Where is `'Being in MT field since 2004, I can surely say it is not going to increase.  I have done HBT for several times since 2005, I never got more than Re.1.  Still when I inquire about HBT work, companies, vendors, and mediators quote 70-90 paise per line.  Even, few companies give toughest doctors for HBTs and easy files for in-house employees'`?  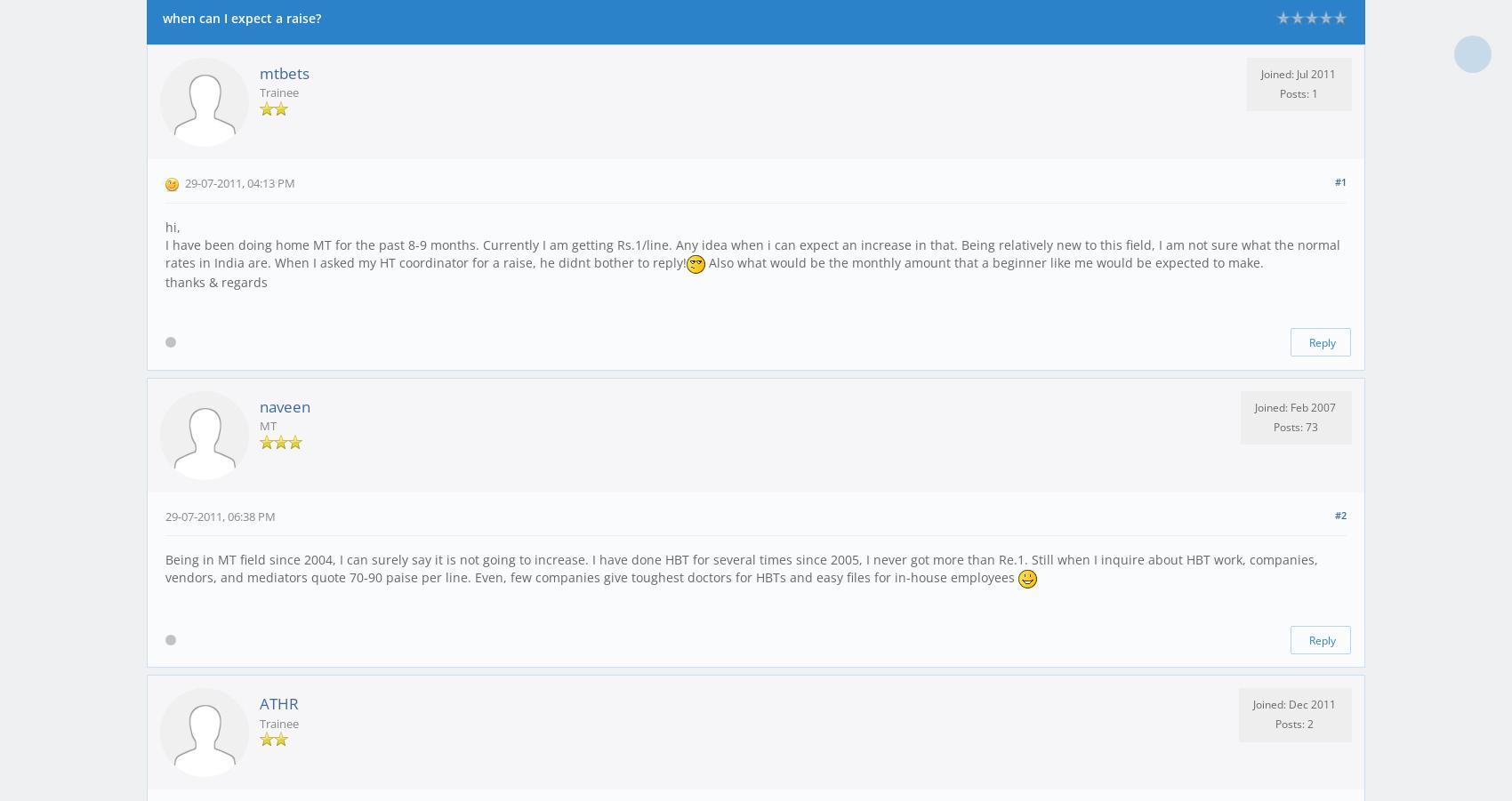
'Being in MT field since 2004, I can surely say it is not going to increase.  I have done HBT for several times since 2005, I never got more than Re.1.  Still when I inquire about HBT work, companies, vendors, and mediators quote 70-90 paise per line.  Even, few companies give toughest doctors for HBTs and easy files for in-house employees' is located at coordinates (741, 568).